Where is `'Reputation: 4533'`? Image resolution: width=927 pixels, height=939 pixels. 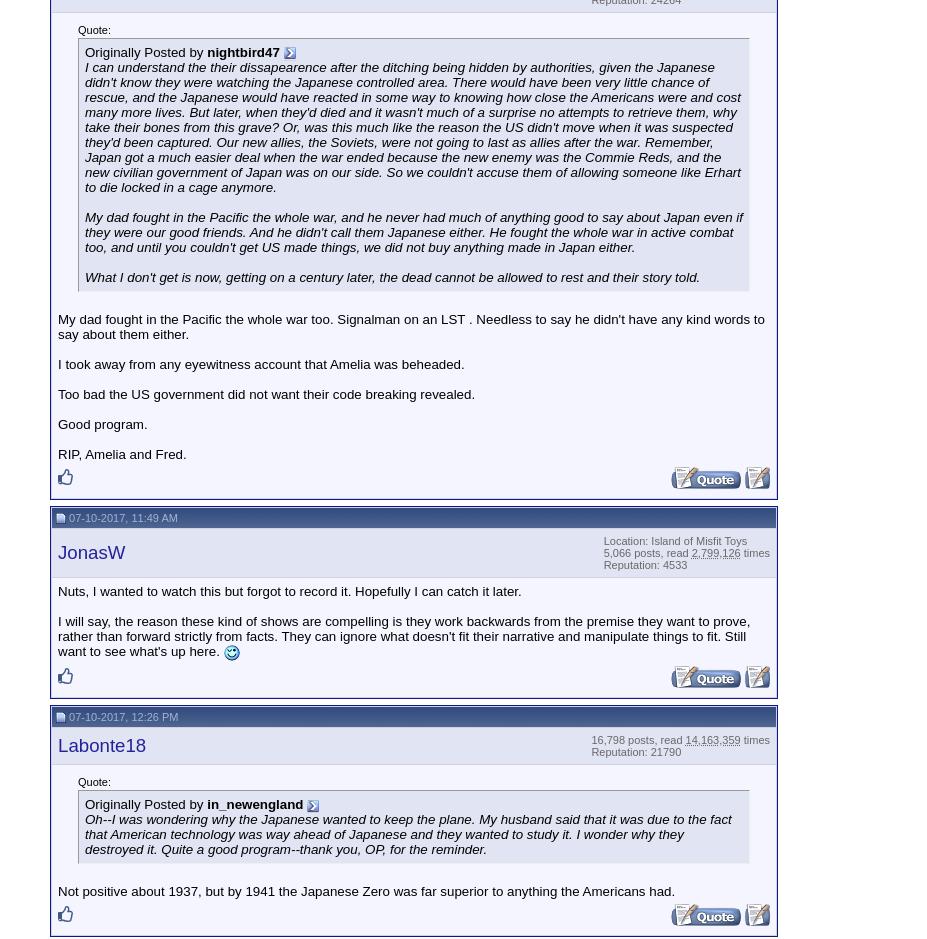 'Reputation: 4533' is located at coordinates (644, 563).